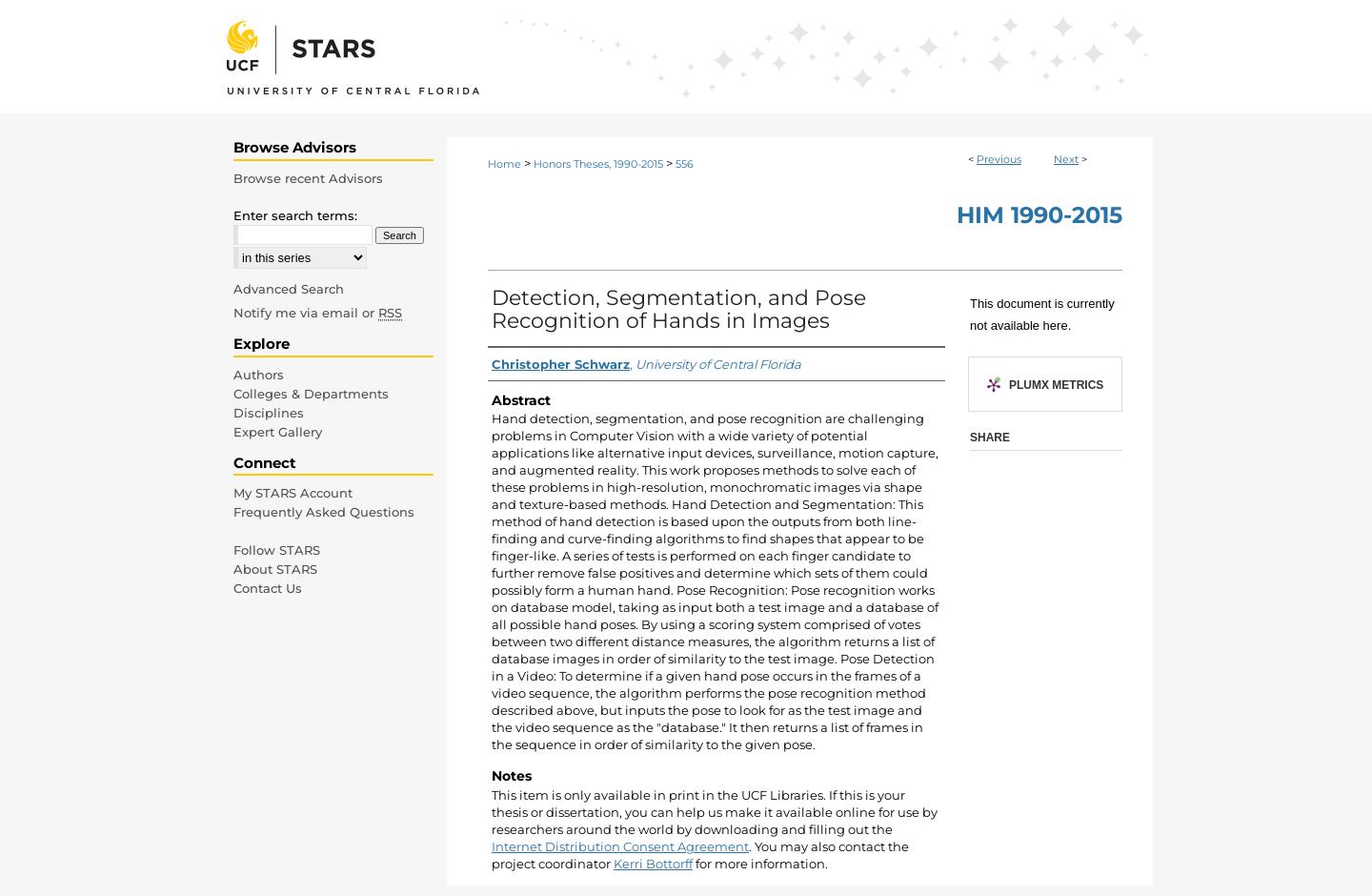 The width and height of the screenshot is (1372, 896). Describe the element at coordinates (377, 312) in the screenshot. I see `'RSS'` at that location.